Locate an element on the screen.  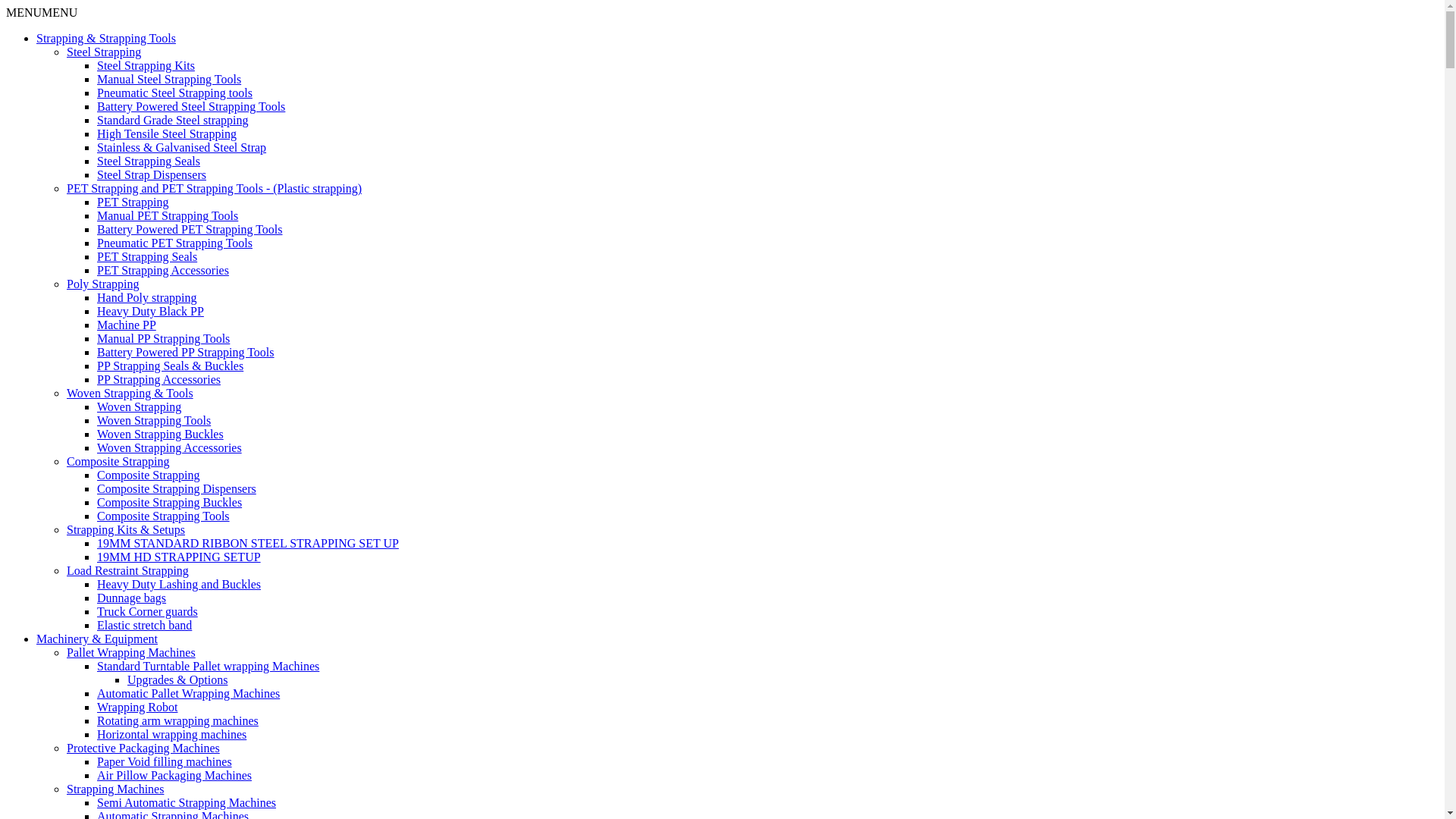
'Composite Strapping' is located at coordinates (118, 460).